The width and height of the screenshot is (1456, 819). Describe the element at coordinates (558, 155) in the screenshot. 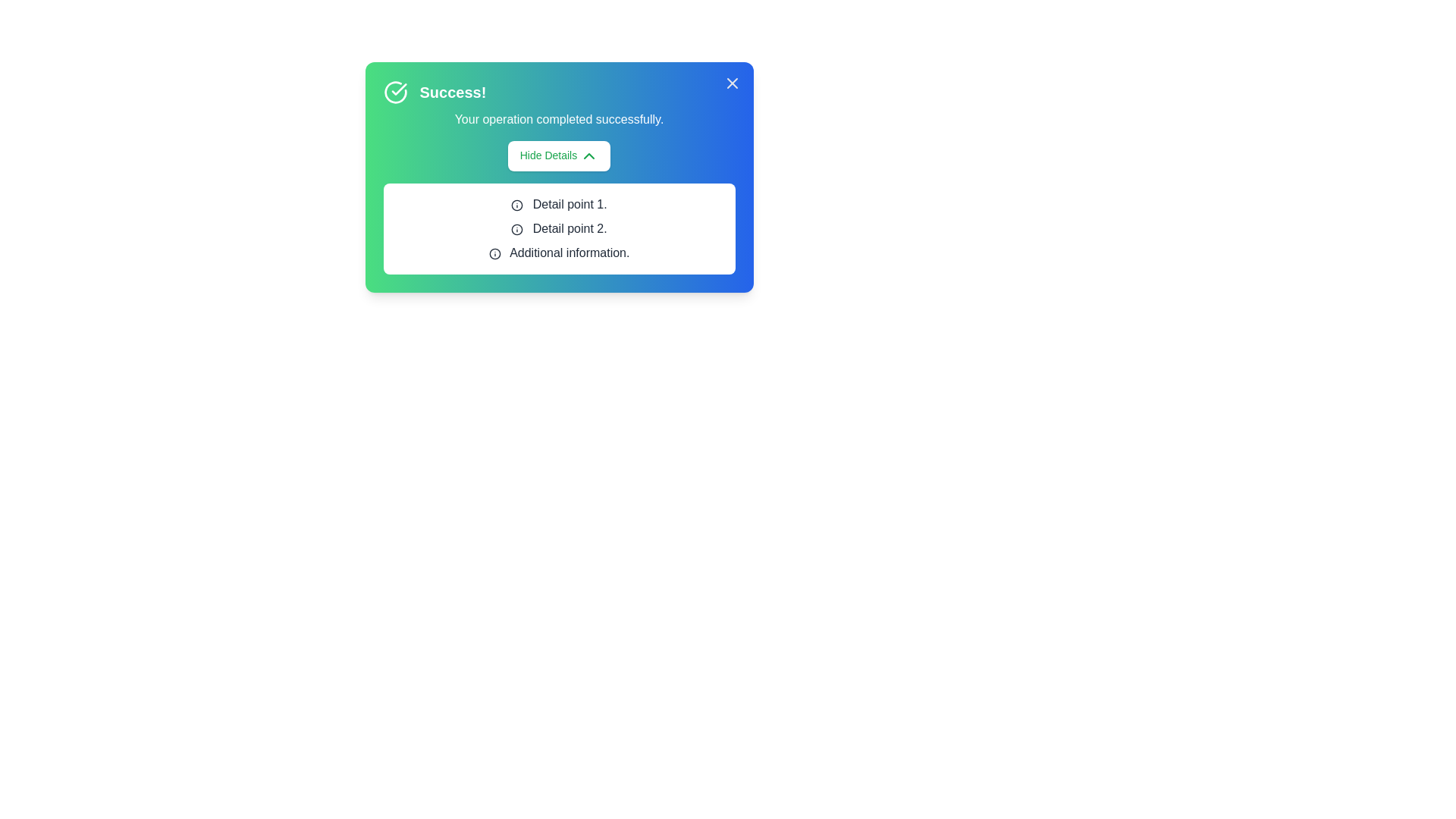

I see `'Hide Details' button to toggle the visibility of the details section` at that location.